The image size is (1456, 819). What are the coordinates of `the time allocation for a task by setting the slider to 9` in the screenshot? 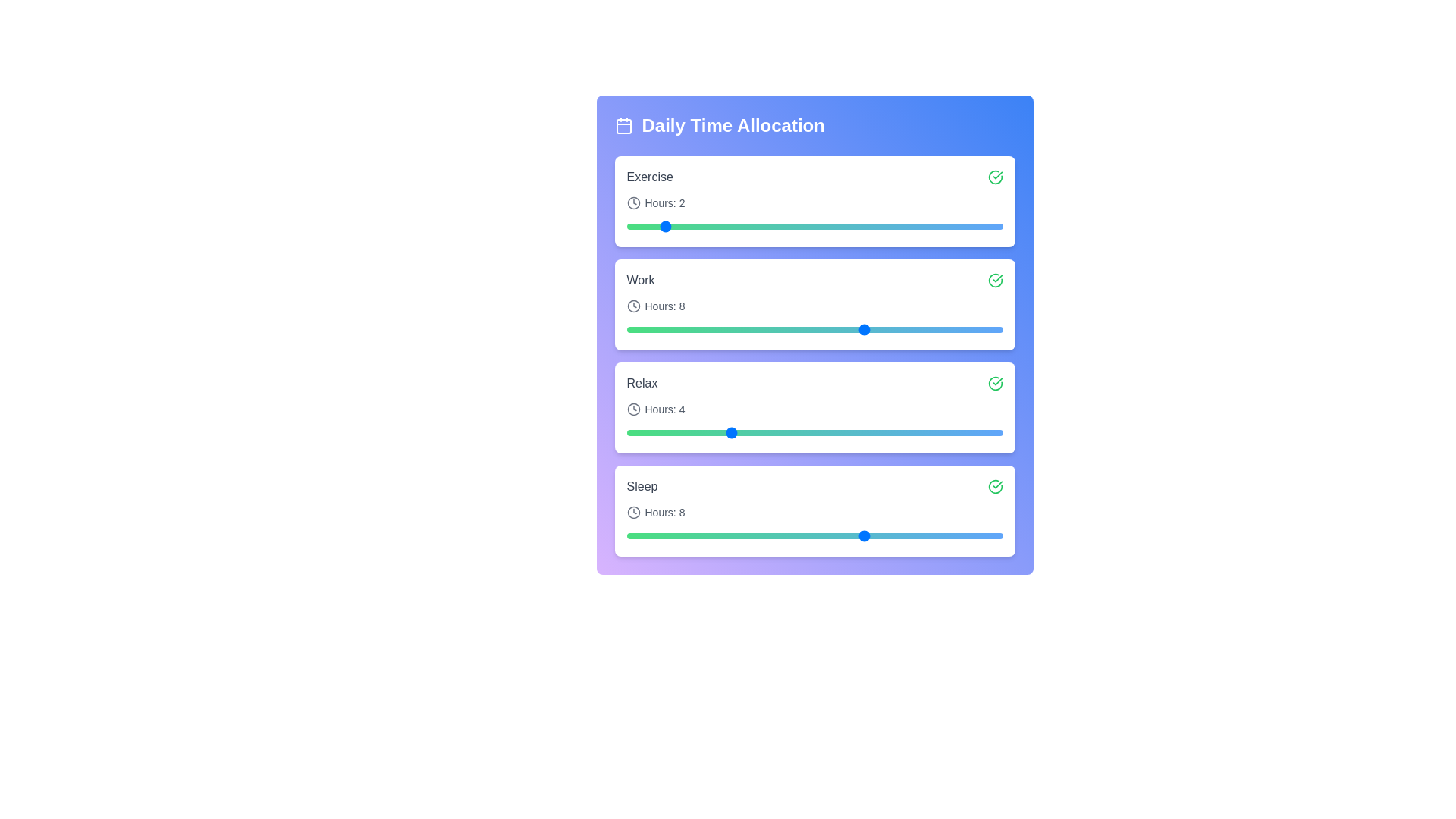 It's located at (900, 227).